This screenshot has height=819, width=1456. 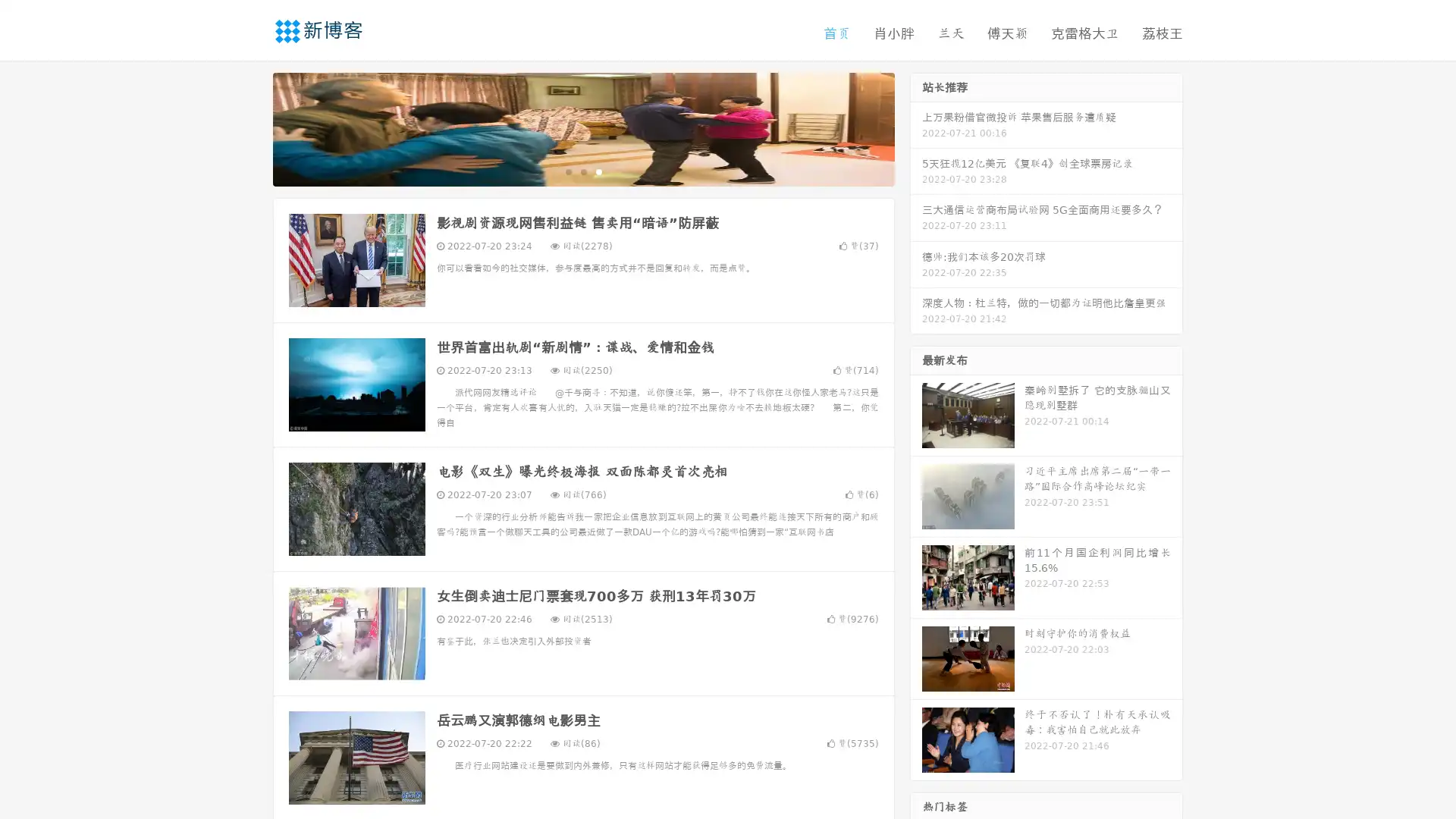 What do you see at coordinates (598, 171) in the screenshot?
I see `Go to slide 3` at bounding box center [598, 171].